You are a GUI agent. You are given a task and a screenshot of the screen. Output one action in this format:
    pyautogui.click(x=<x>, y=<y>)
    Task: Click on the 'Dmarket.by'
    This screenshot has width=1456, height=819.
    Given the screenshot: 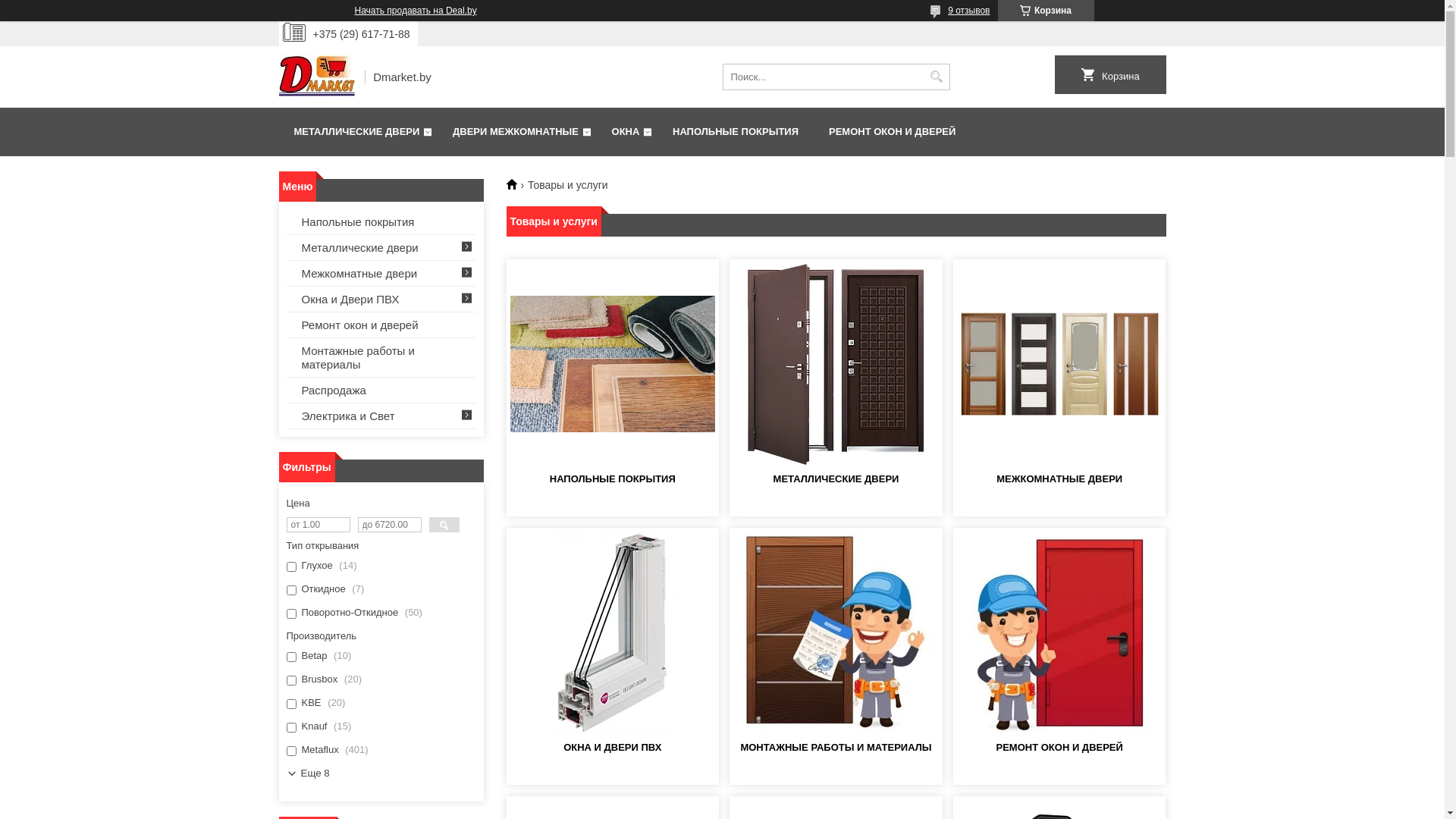 What is the action you would take?
    pyautogui.click(x=315, y=77)
    